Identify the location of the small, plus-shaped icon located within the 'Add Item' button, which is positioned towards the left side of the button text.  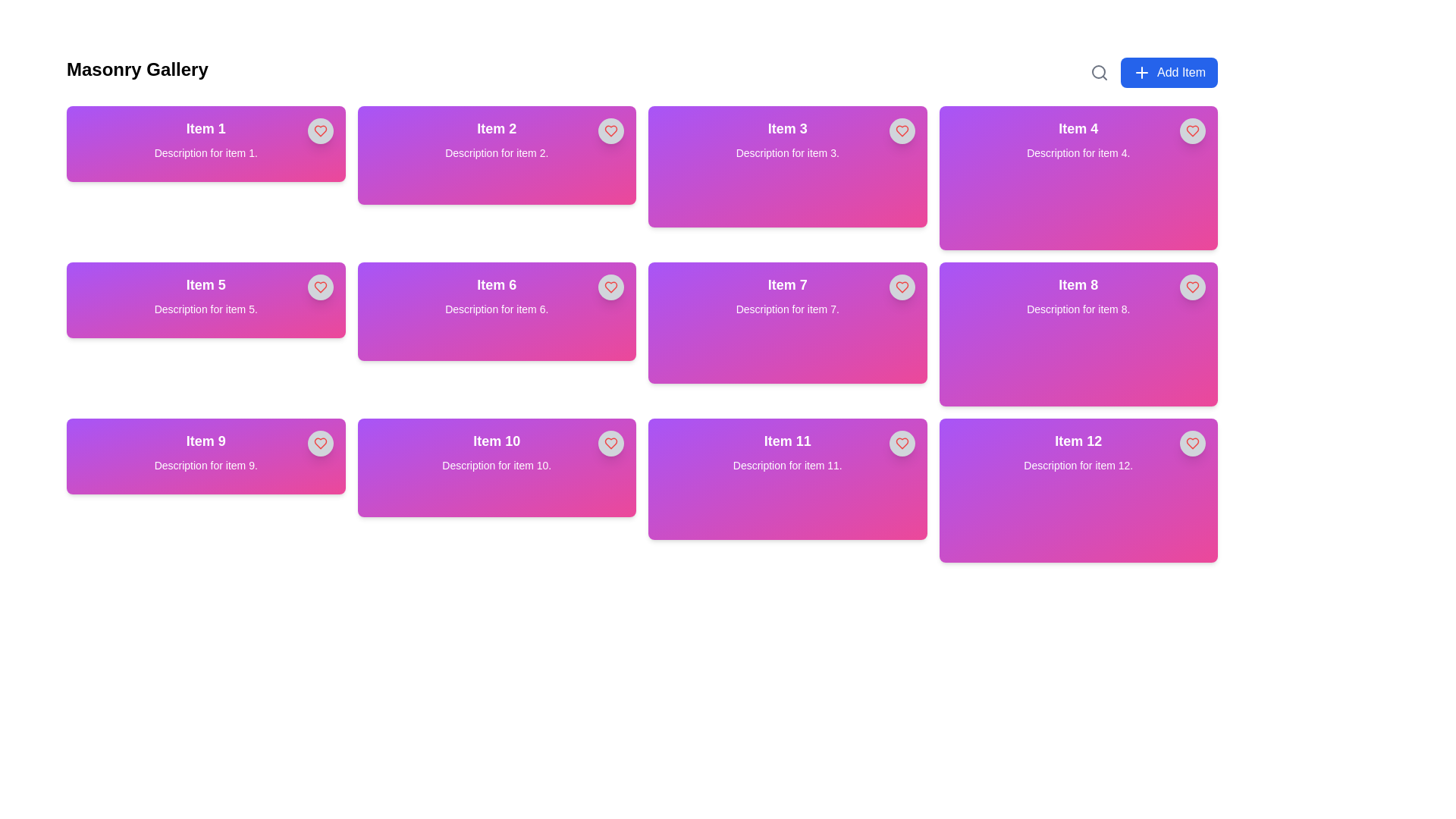
(1142, 73).